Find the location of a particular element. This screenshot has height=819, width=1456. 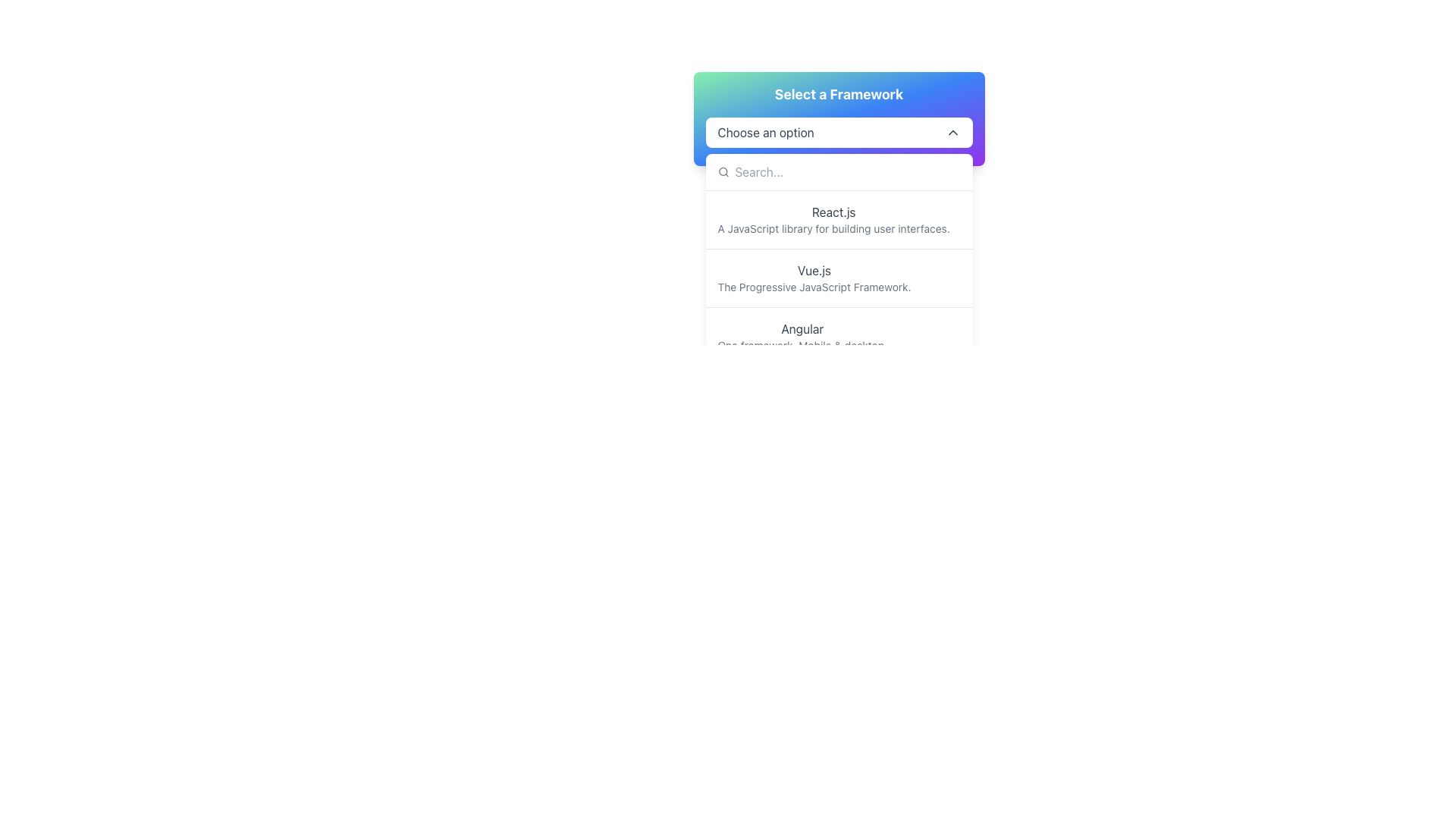

the second option in the dropdown menu labeled 'Vue.js' is located at coordinates (814, 278).